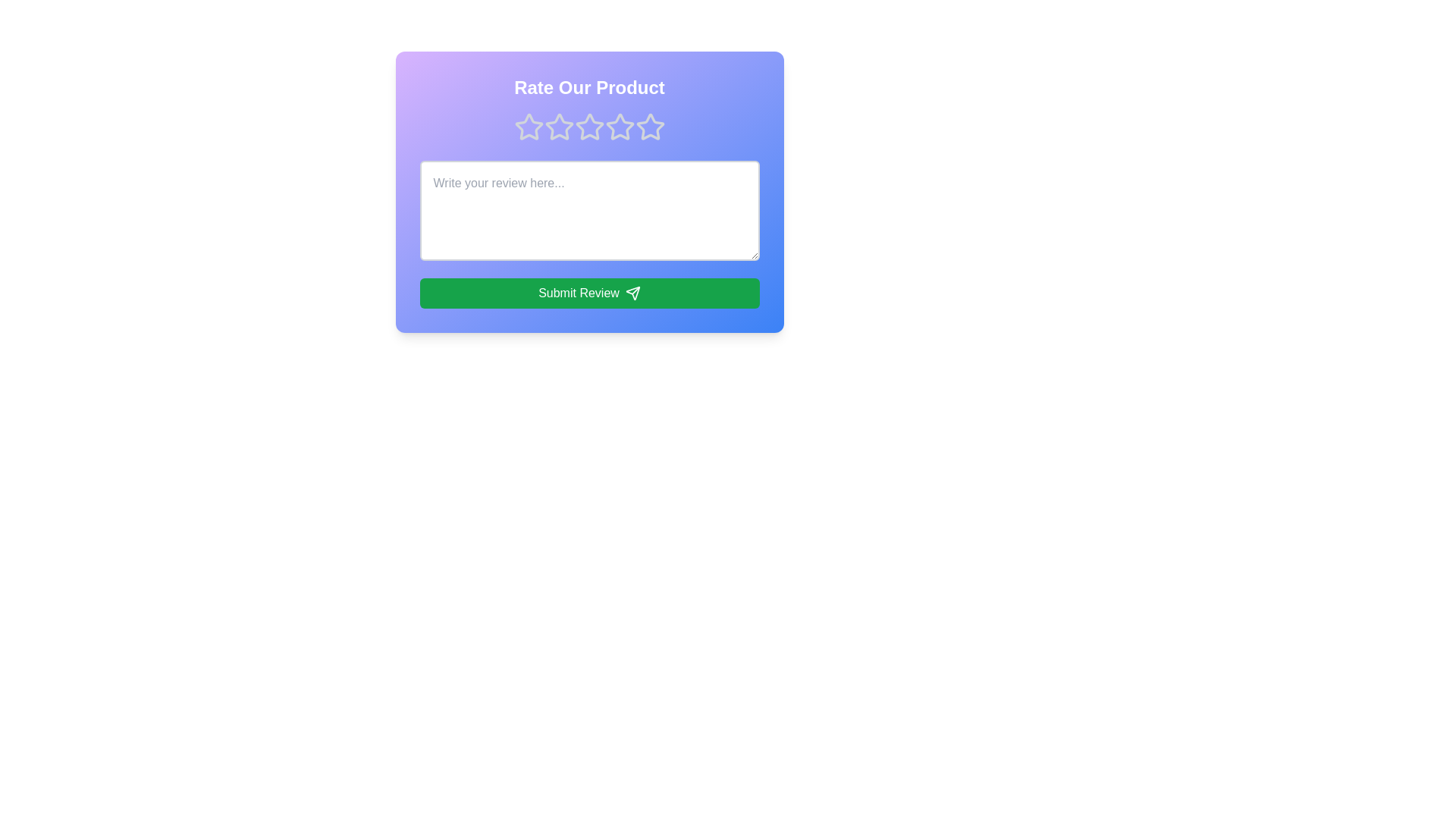 This screenshot has height=819, width=1456. Describe the element at coordinates (588, 127) in the screenshot. I see `the third star icon in the row of five stars under the 'Rate Our Product' heading` at that location.